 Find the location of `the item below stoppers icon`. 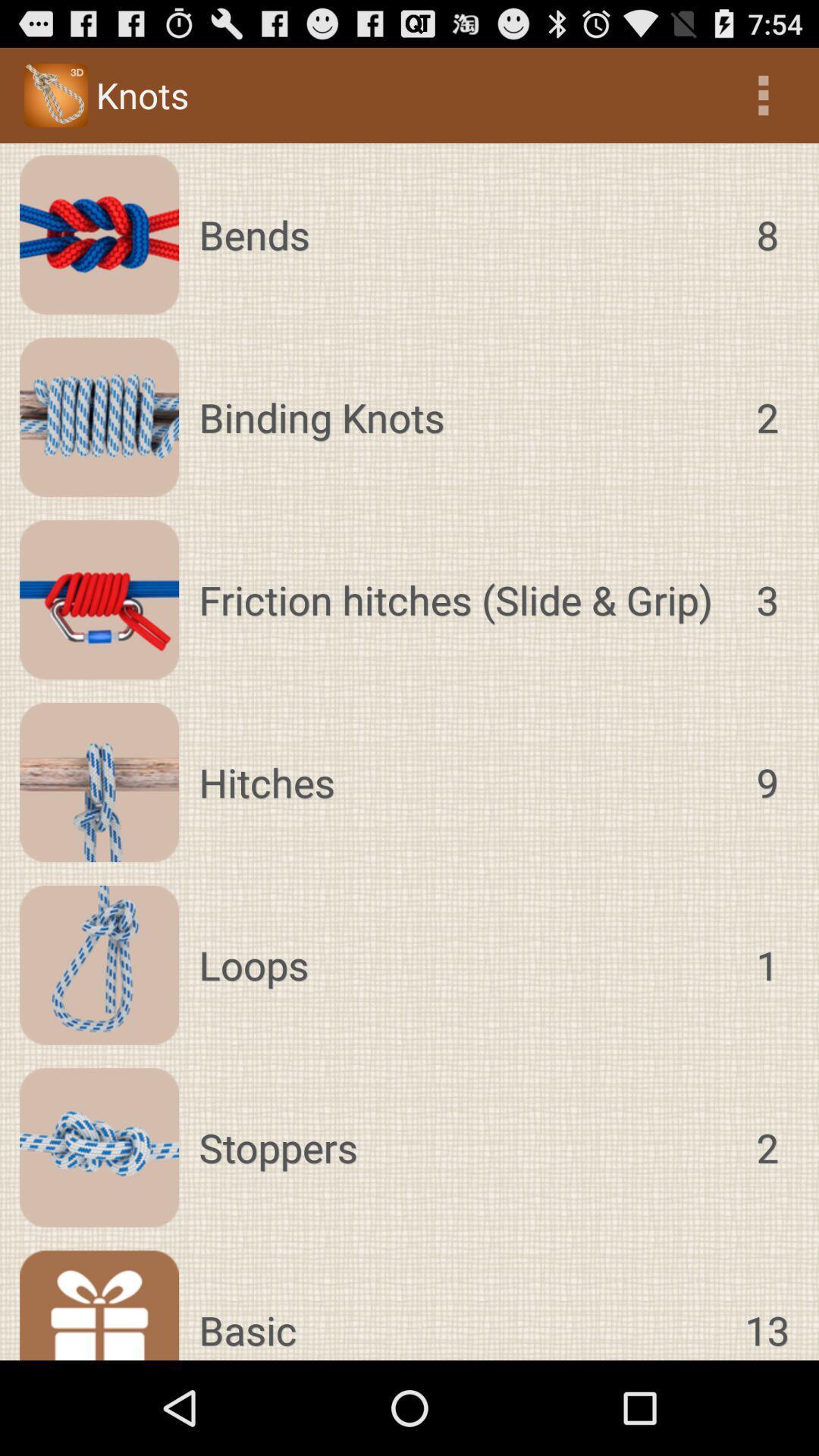

the item below stoppers icon is located at coordinates (767, 1304).